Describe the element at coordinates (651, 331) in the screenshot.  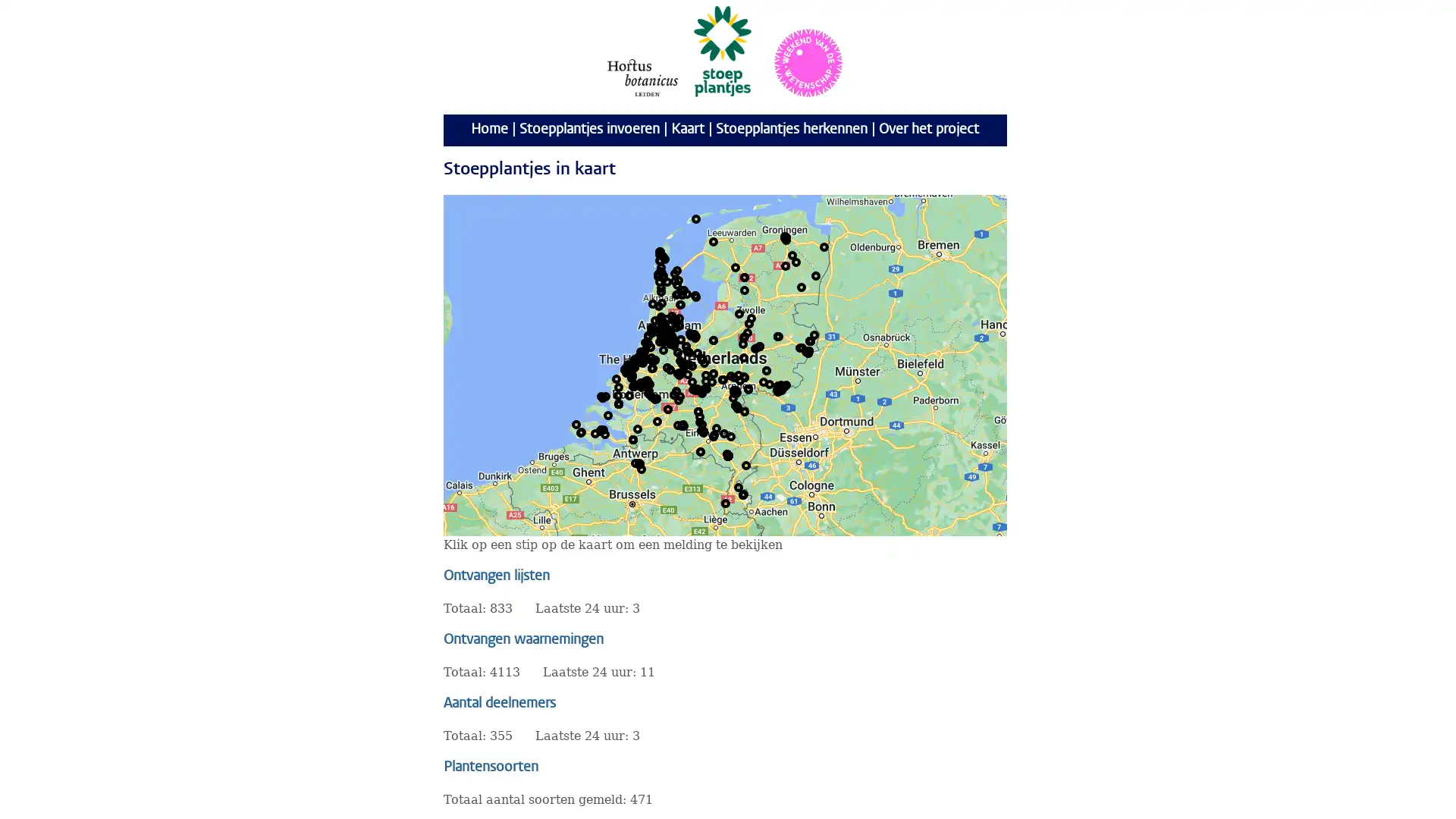
I see `Telling van Truus Schijf op 05 juni 2022` at that location.